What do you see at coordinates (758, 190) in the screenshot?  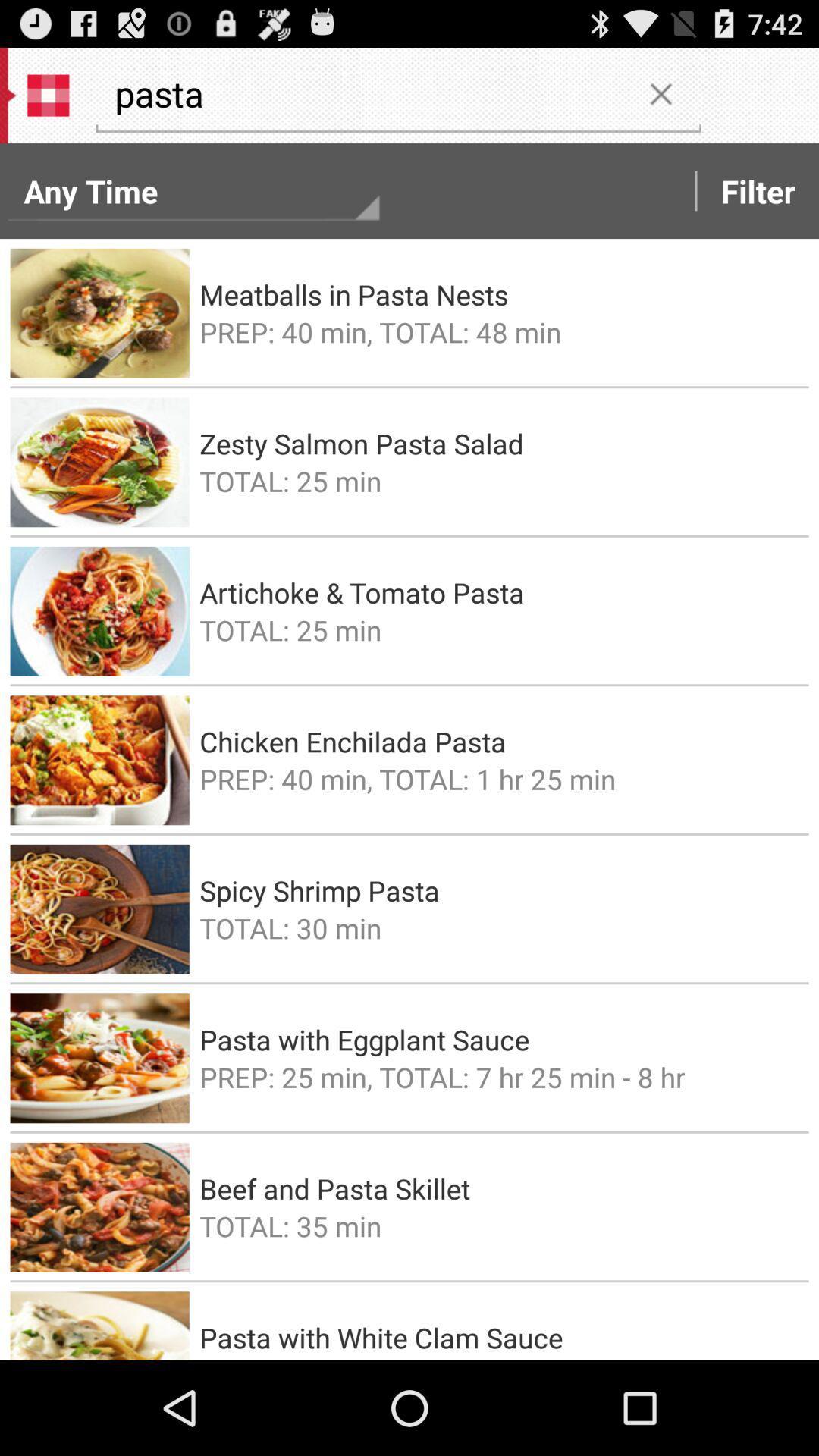 I see `the filter` at bounding box center [758, 190].